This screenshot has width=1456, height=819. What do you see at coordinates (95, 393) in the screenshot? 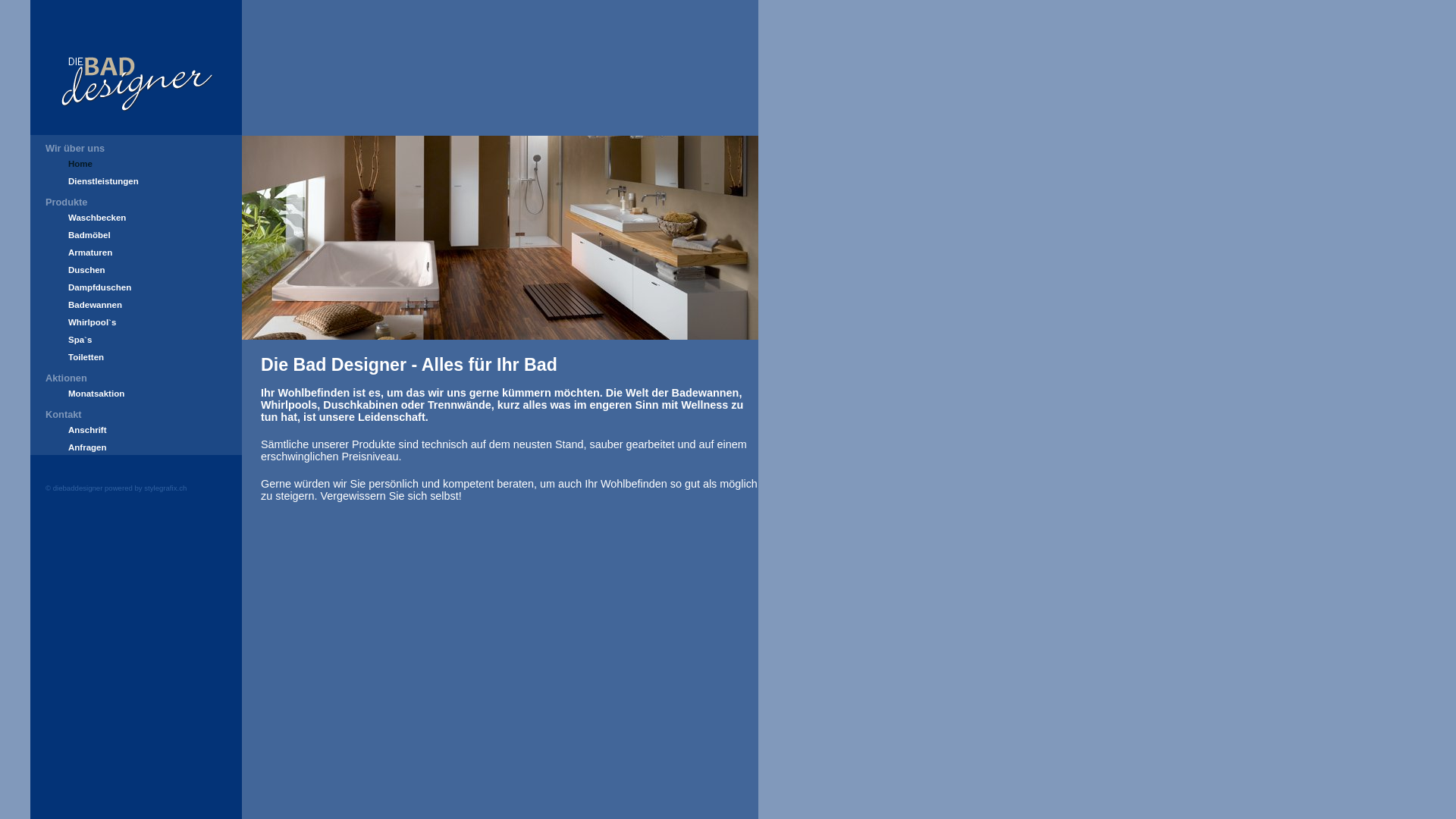
I see `'Monatsaktion'` at bounding box center [95, 393].